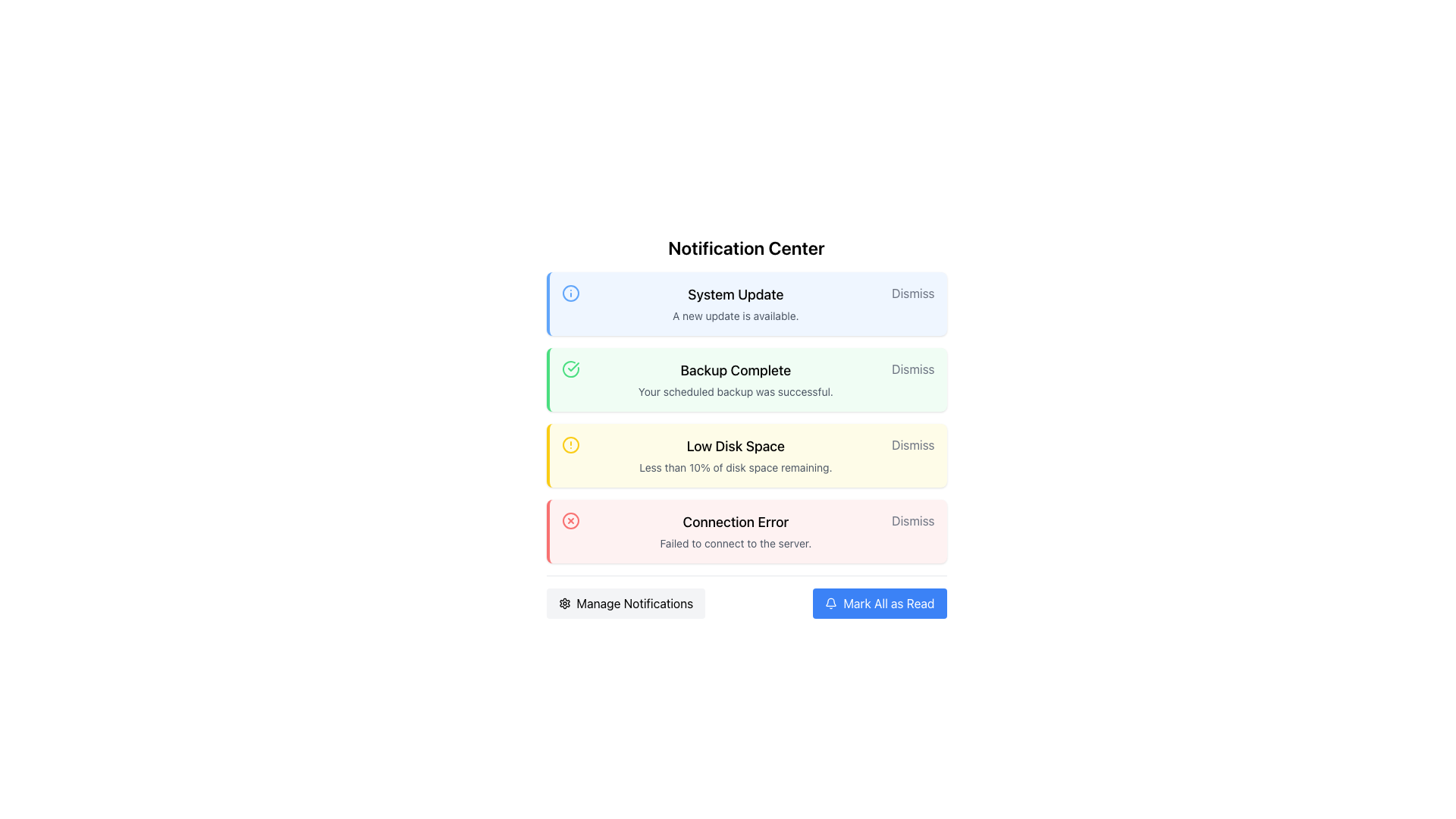  Describe the element at coordinates (830, 602) in the screenshot. I see `the bell icon located to the left of the 'Mark All as Read' text within the blue button at the bottom right of the interface to indicate notifications or actions related to notifications` at that location.